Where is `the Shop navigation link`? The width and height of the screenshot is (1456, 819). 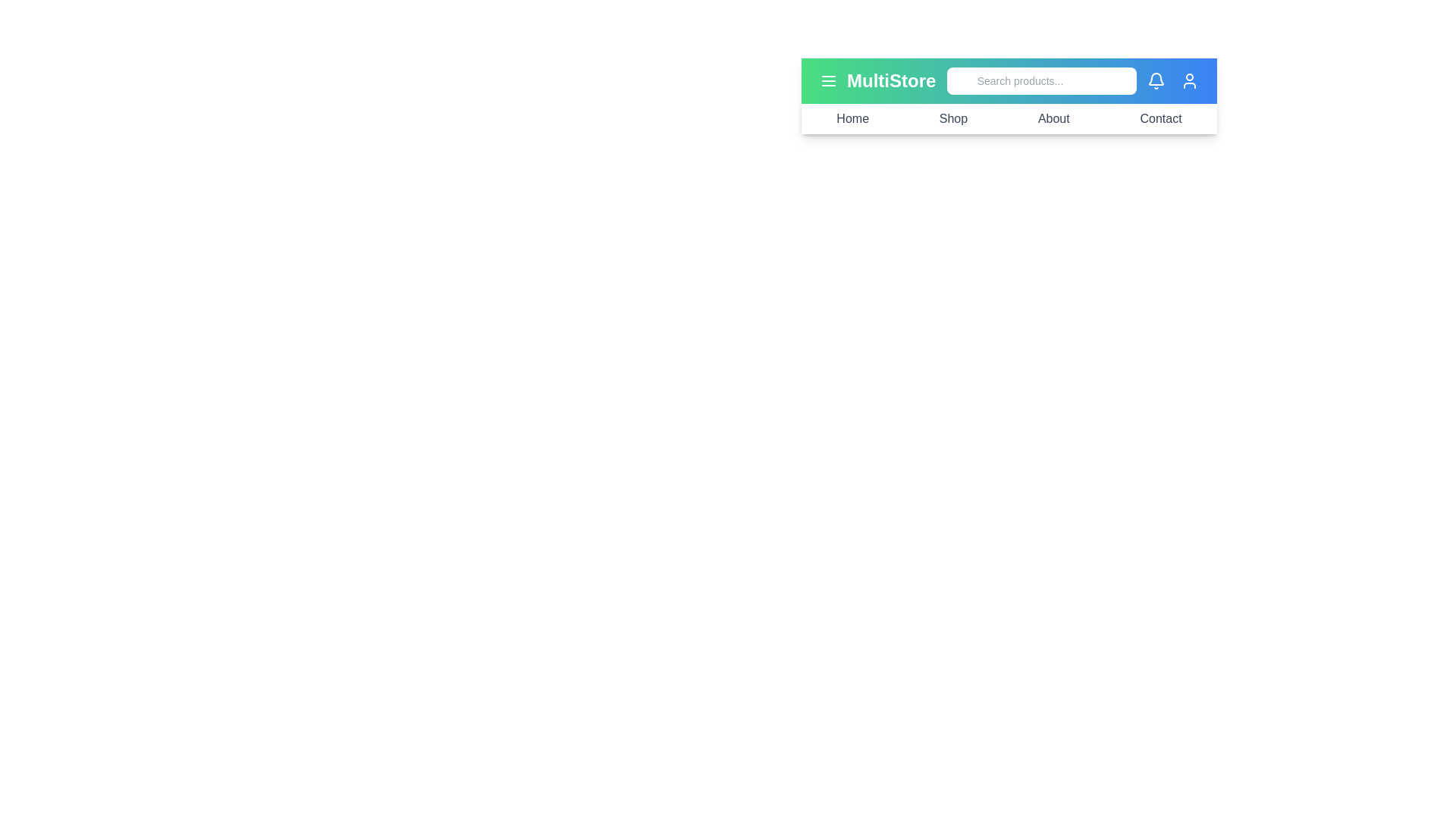 the Shop navigation link is located at coordinates (952, 118).